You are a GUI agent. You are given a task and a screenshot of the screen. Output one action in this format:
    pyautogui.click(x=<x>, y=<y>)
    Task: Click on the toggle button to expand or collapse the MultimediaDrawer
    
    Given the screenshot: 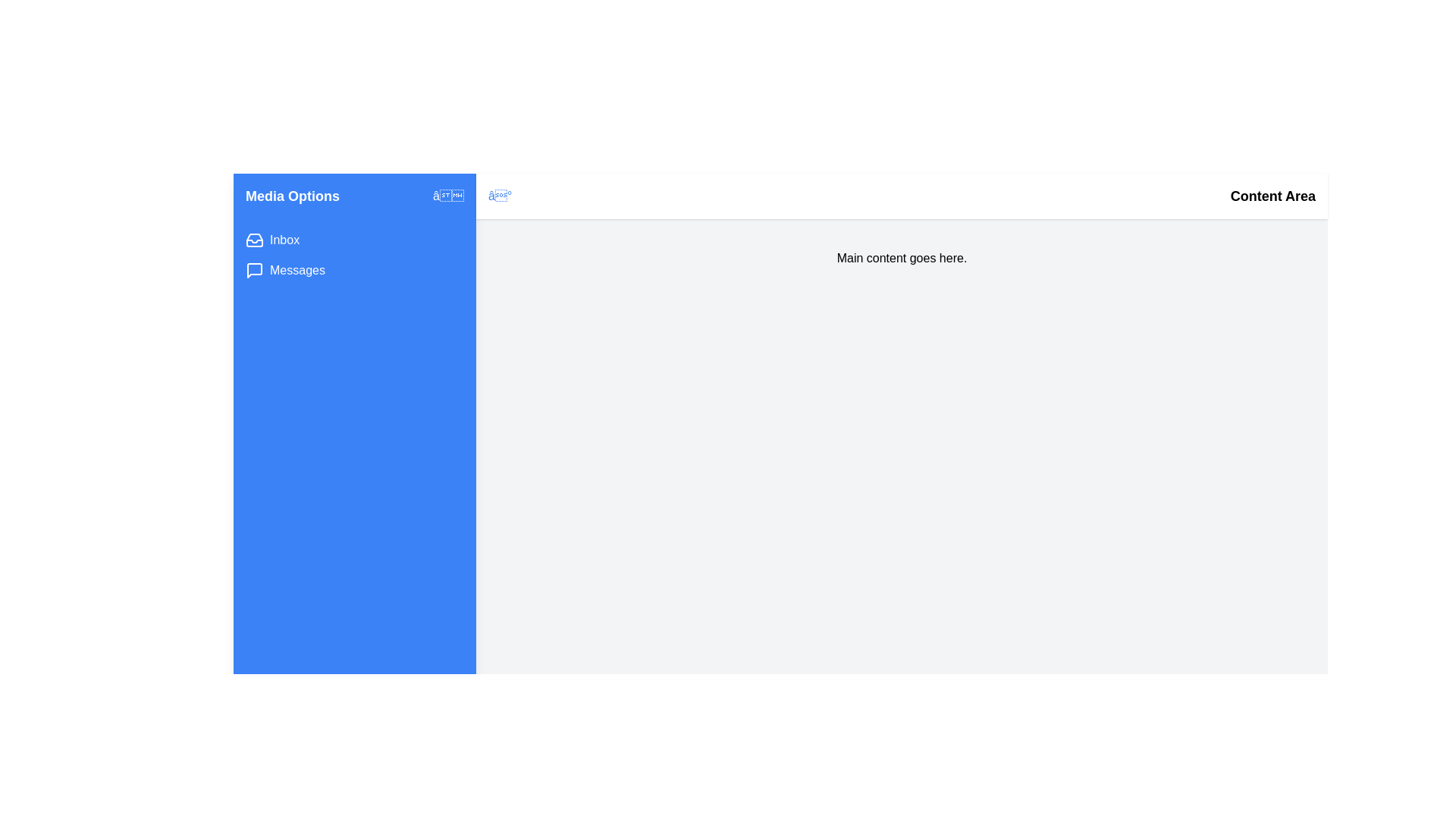 What is the action you would take?
    pyautogui.click(x=447, y=195)
    